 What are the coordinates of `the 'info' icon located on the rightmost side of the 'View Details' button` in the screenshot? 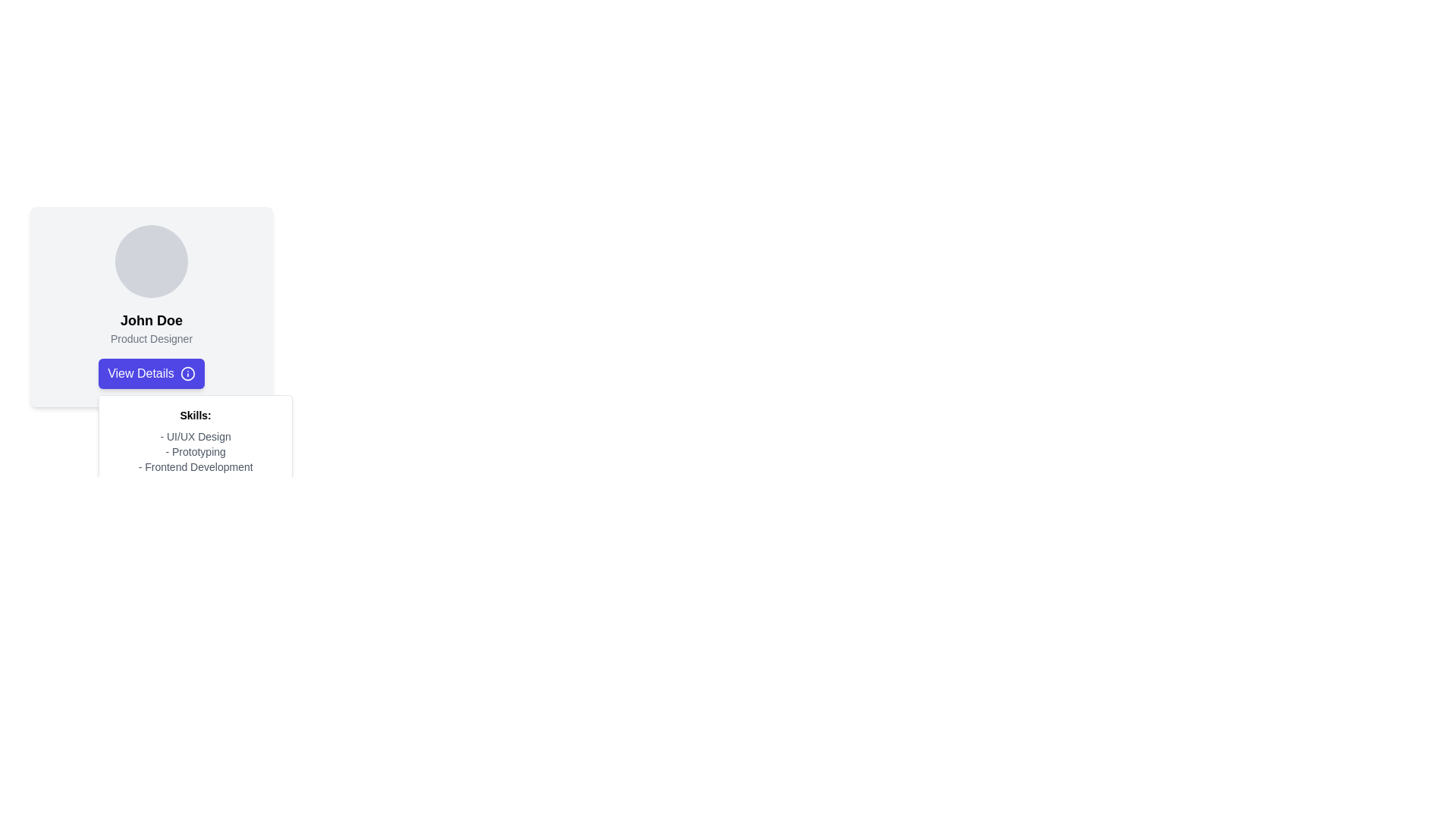 It's located at (187, 374).